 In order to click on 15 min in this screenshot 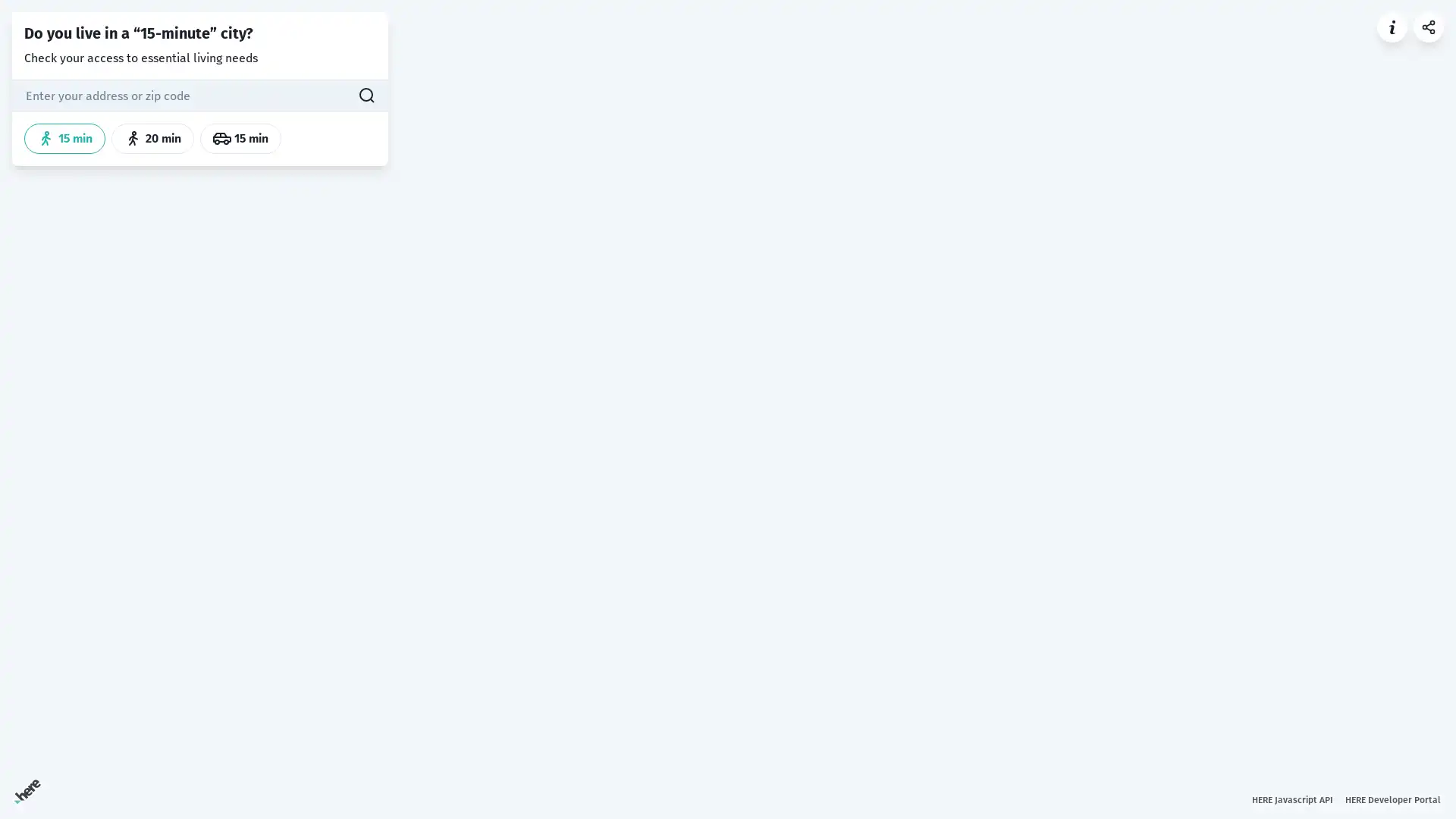, I will do `click(240, 138)`.